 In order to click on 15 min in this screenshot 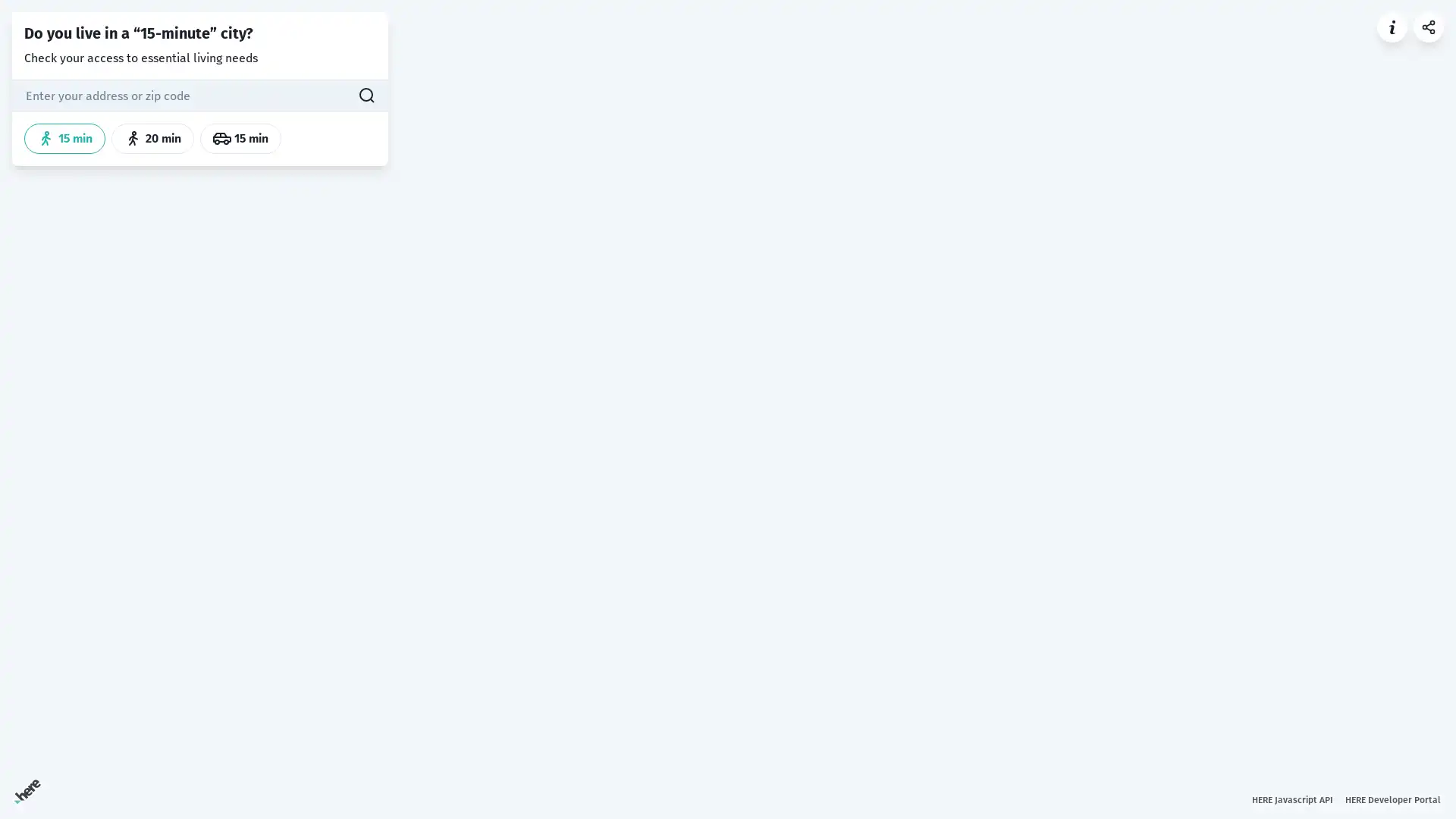, I will do `click(240, 138)`.